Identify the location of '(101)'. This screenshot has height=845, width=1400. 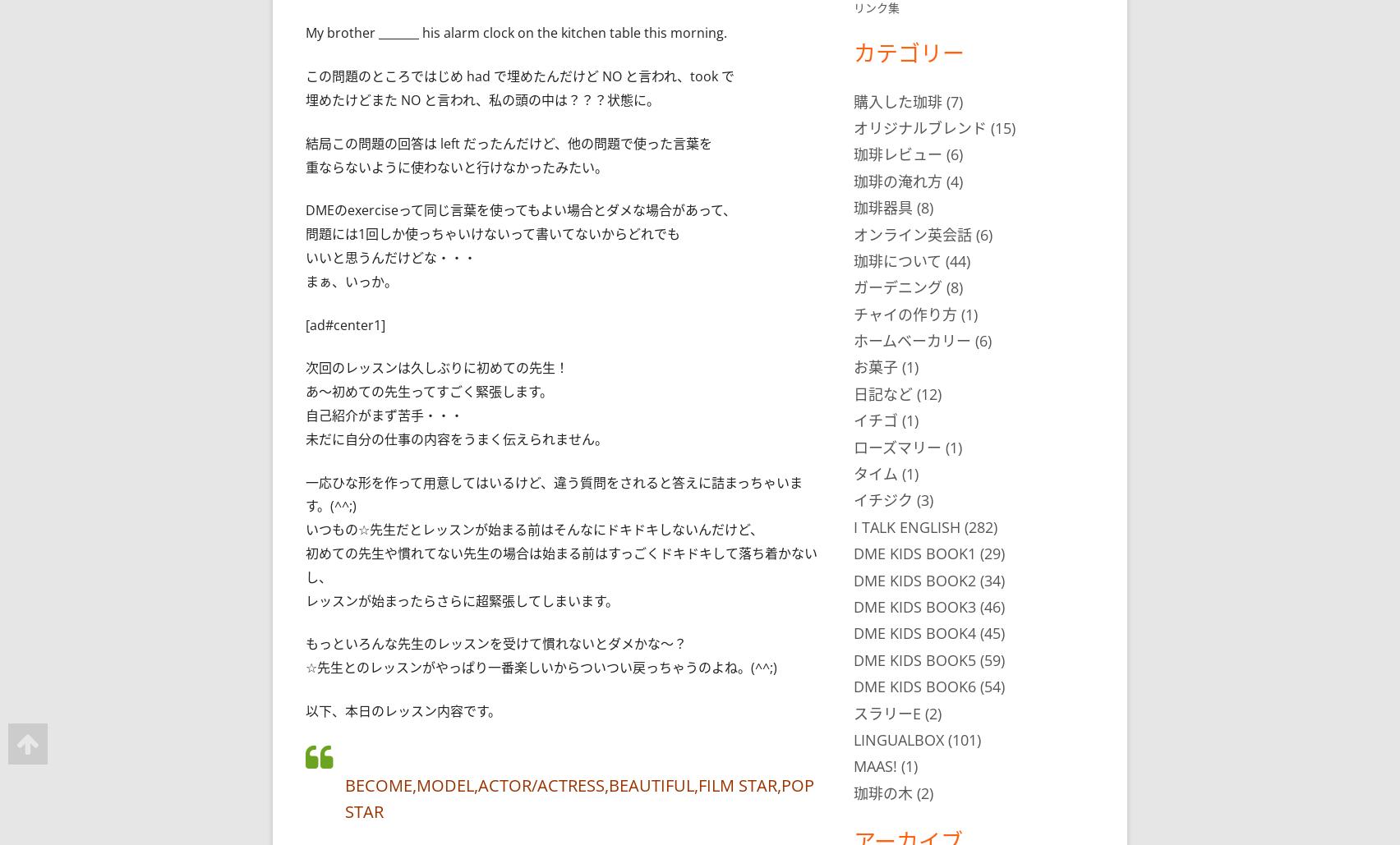
(961, 738).